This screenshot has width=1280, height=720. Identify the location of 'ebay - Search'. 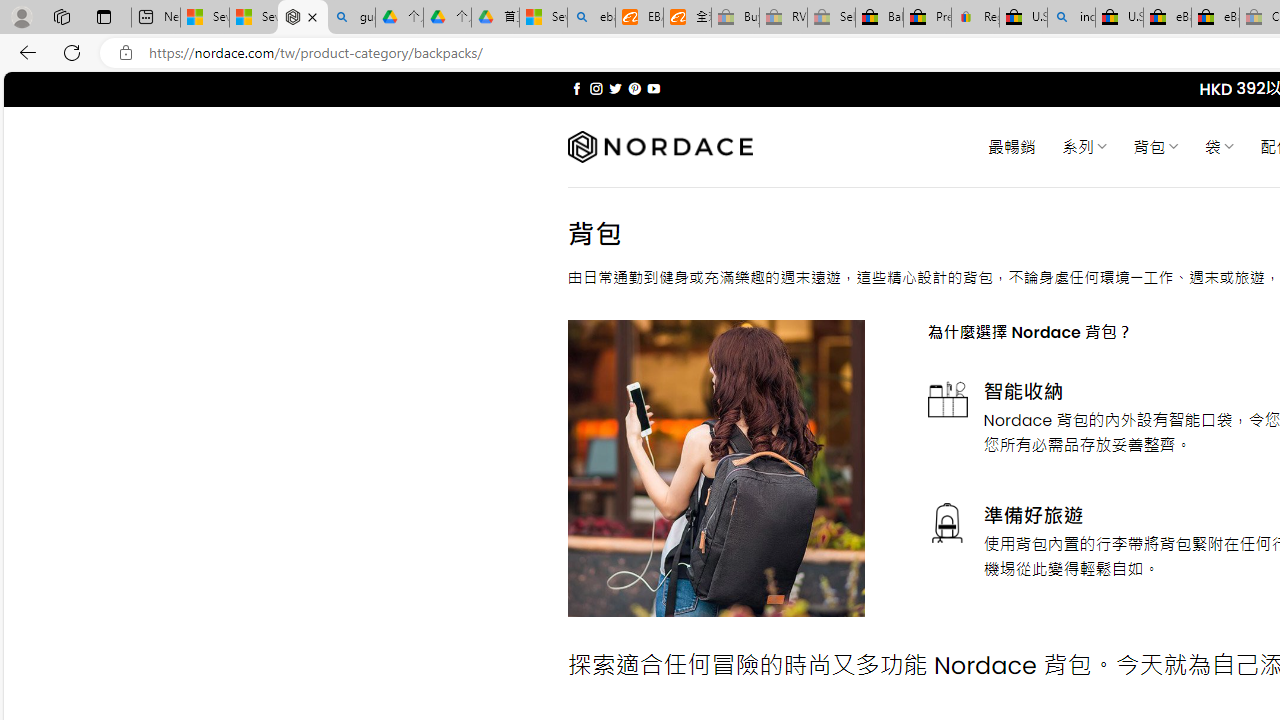
(591, 17).